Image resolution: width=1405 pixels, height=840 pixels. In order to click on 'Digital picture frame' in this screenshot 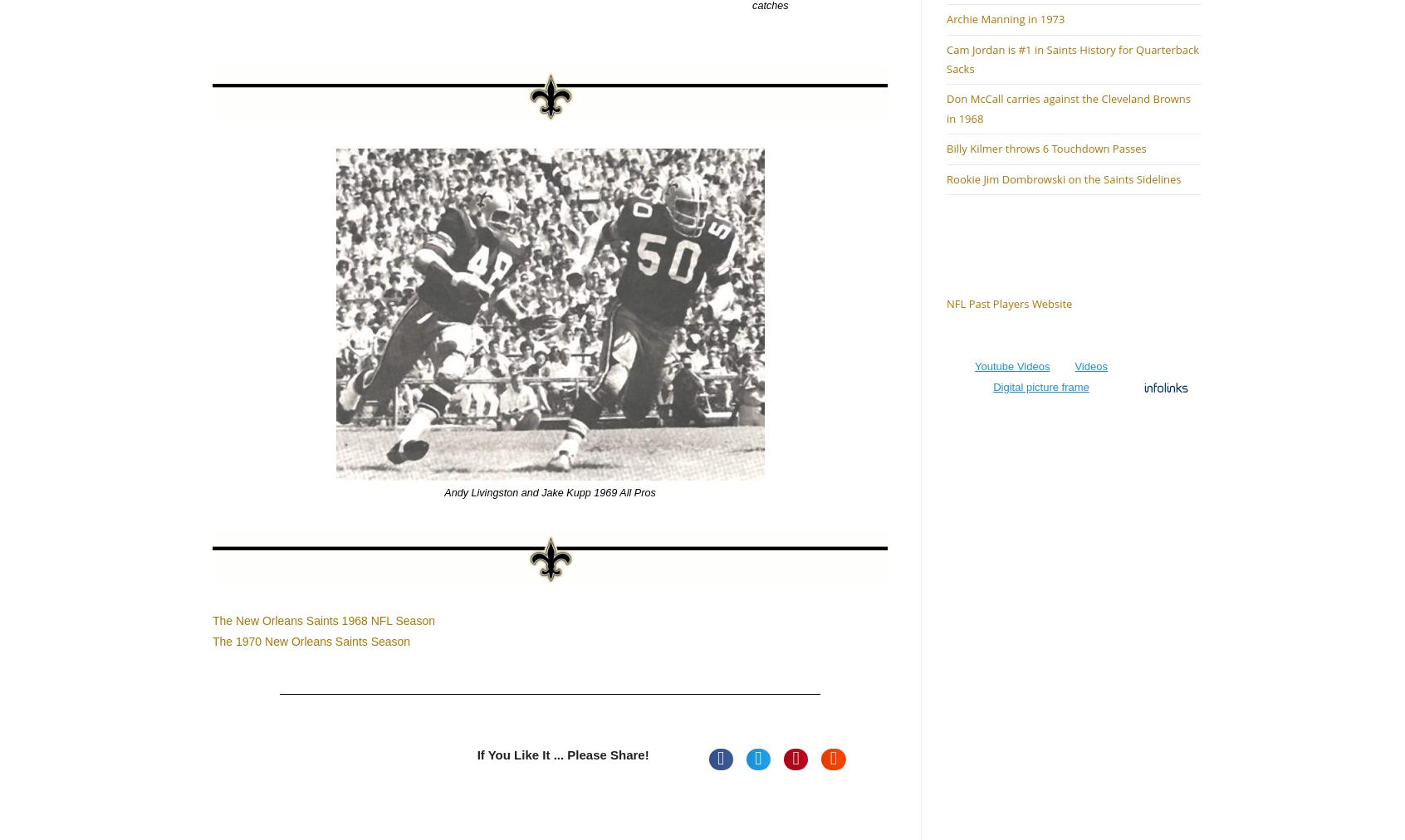, I will do `click(1040, 387)`.